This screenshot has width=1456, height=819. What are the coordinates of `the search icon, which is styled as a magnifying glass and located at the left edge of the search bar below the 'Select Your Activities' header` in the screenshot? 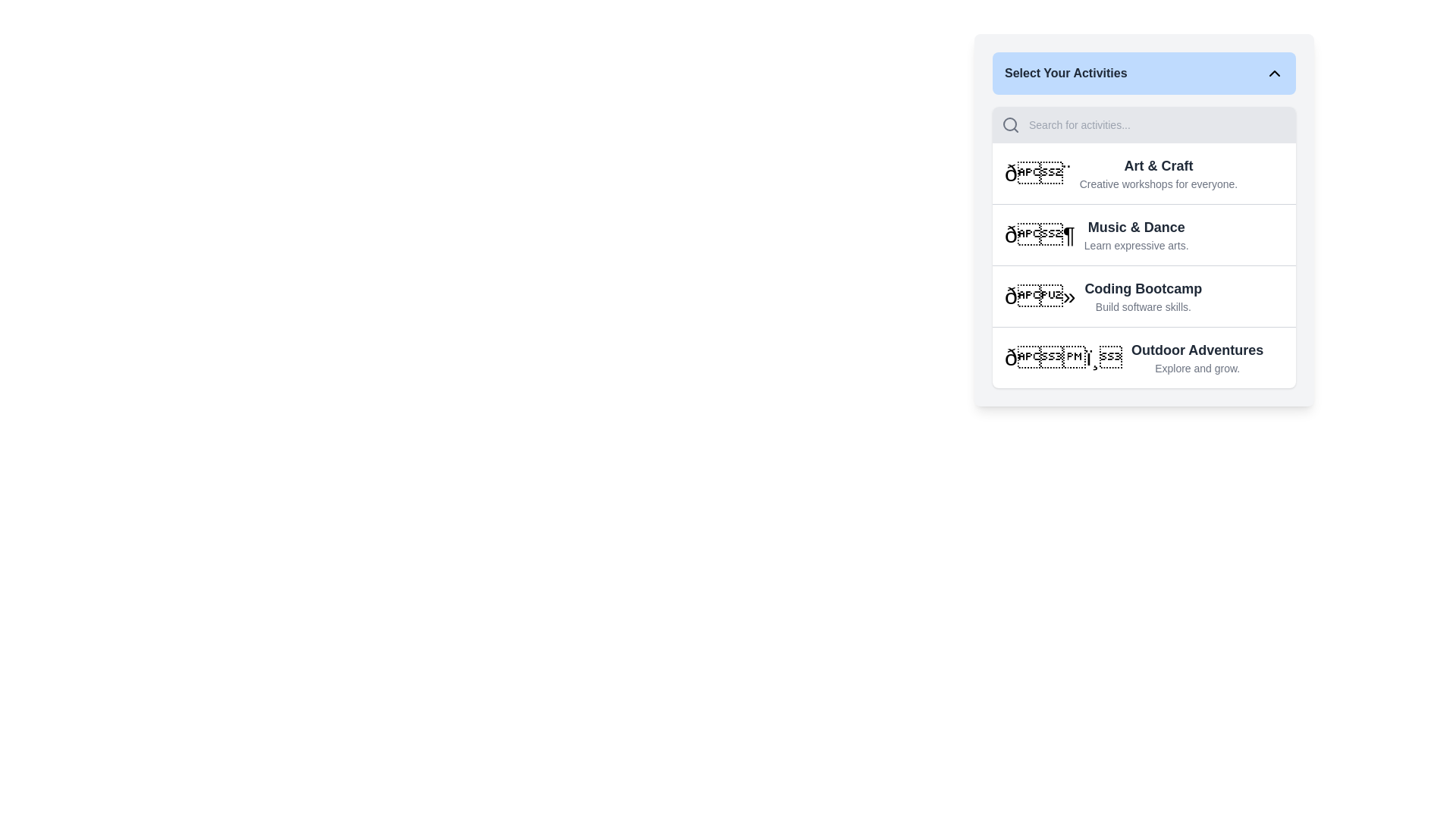 It's located at (1011, 124).